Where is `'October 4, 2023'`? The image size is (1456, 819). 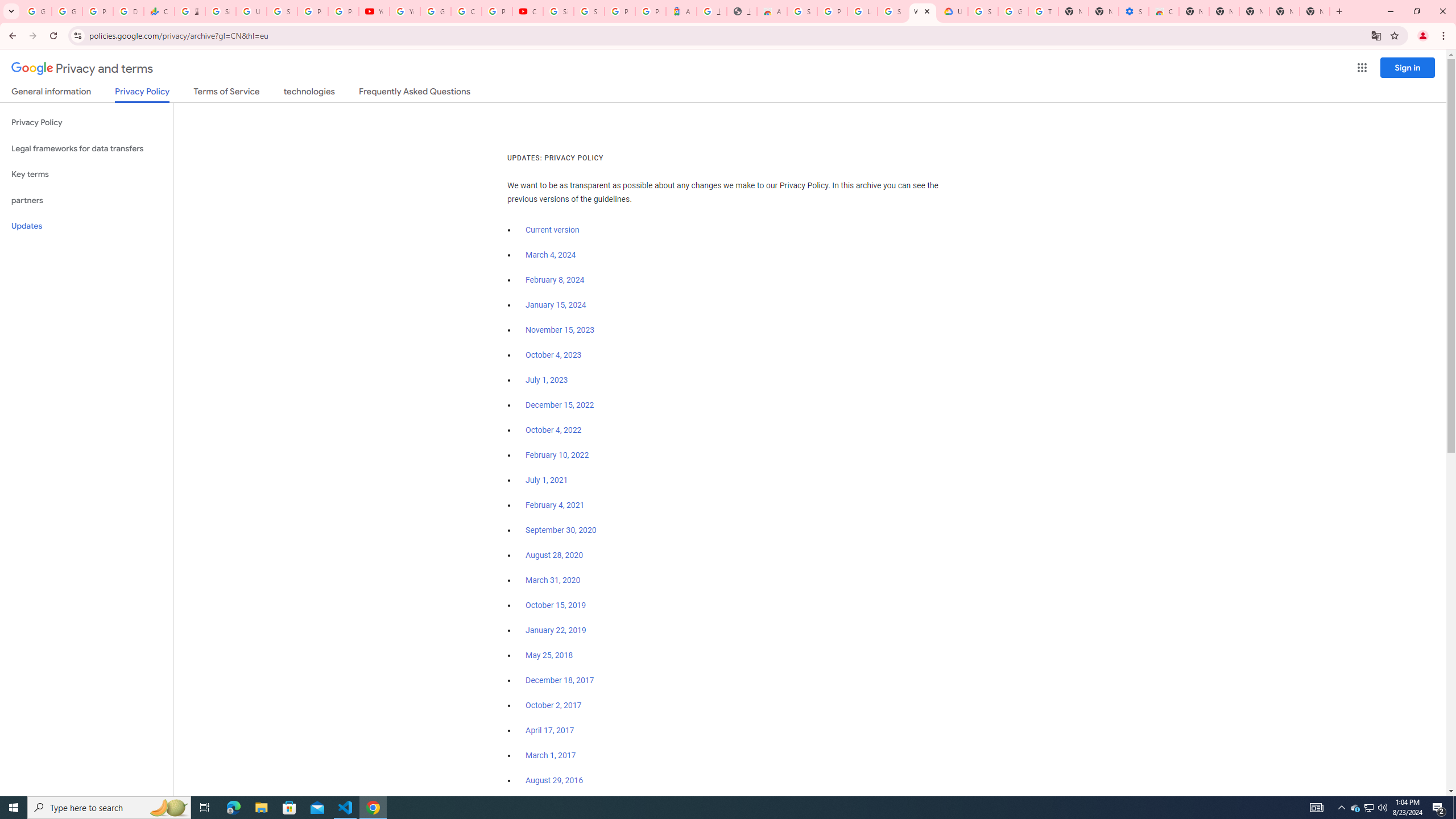
'October 4, 2023' is located at coordinates (554, 355).